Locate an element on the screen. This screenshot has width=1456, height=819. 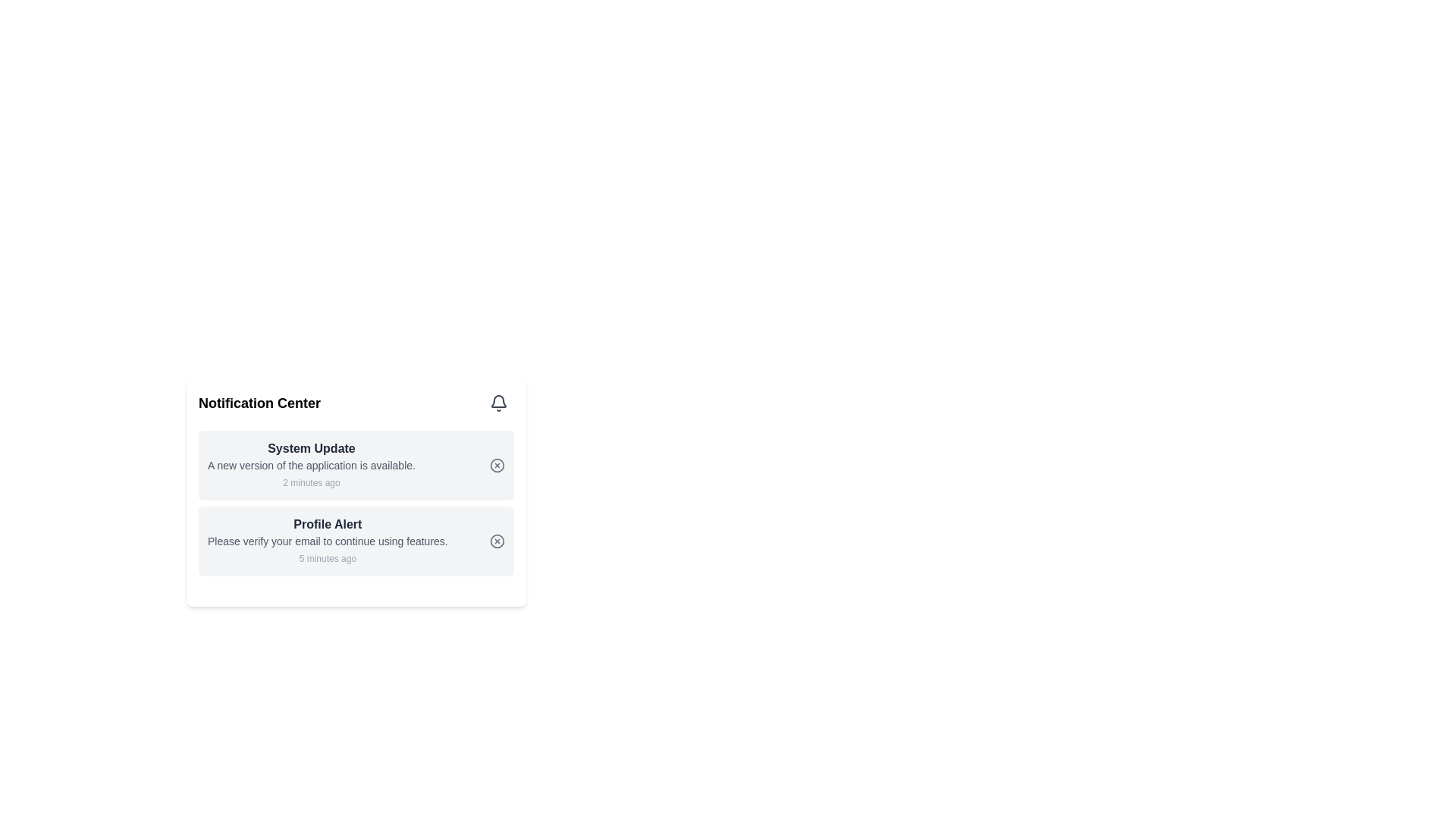
the prominent text heading labeled 'Notification Center' which is bold and large, located to the left of an interactive bell icon is located at coordinates (259, 403).